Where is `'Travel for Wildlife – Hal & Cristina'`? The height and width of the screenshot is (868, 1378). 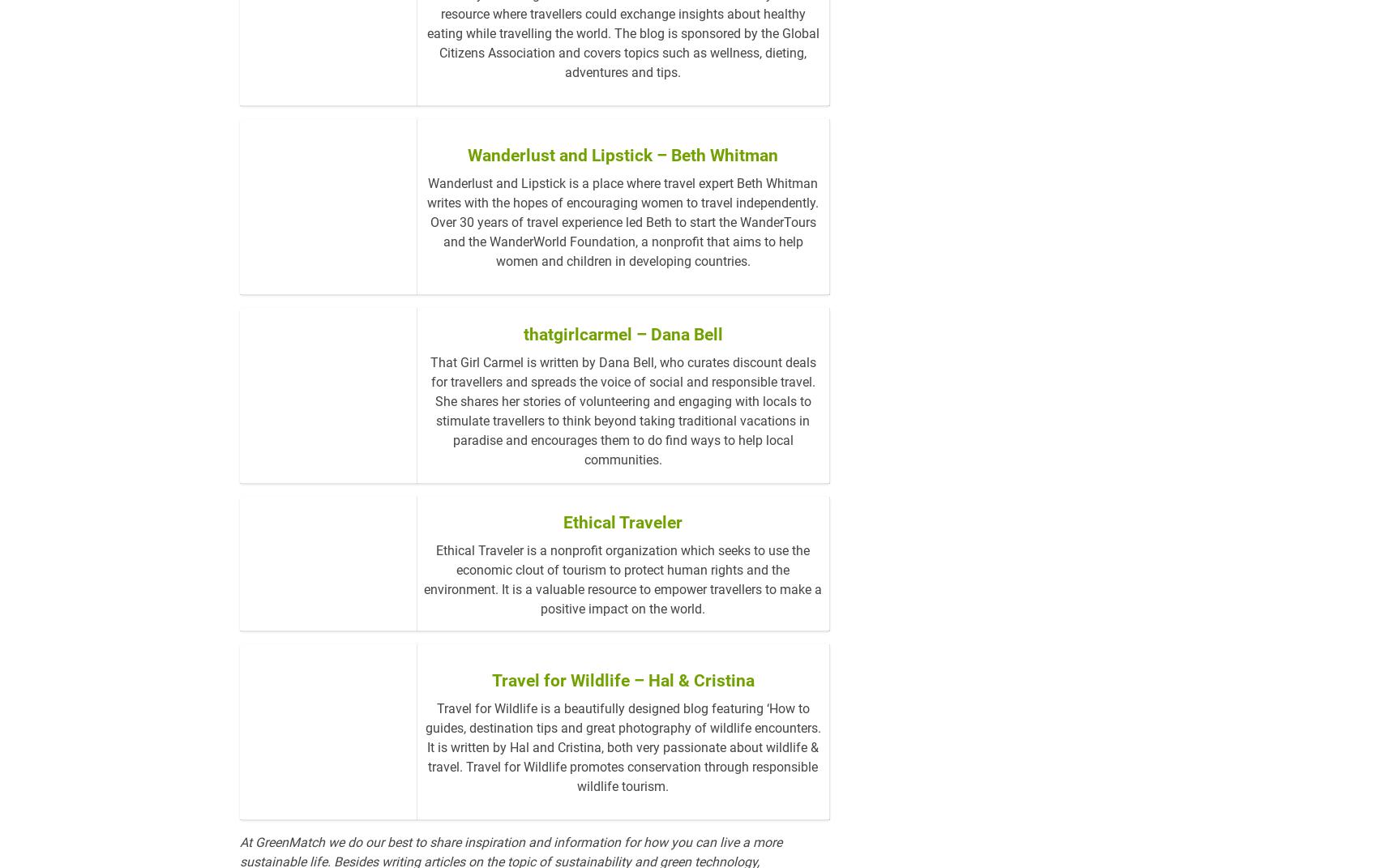 'Travel for Wildlife – Hal & Cristina' is located at coordinates (622, 744).